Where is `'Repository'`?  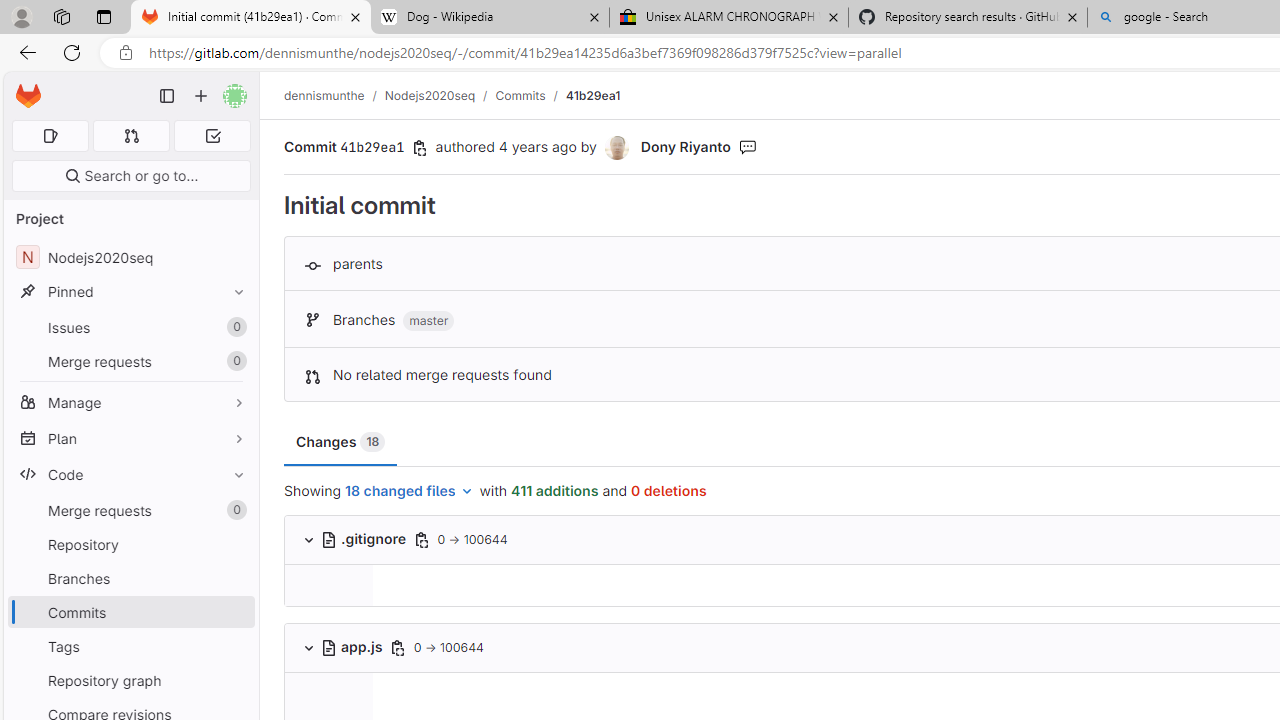 'Repository' is located at coordinates (130, 544).